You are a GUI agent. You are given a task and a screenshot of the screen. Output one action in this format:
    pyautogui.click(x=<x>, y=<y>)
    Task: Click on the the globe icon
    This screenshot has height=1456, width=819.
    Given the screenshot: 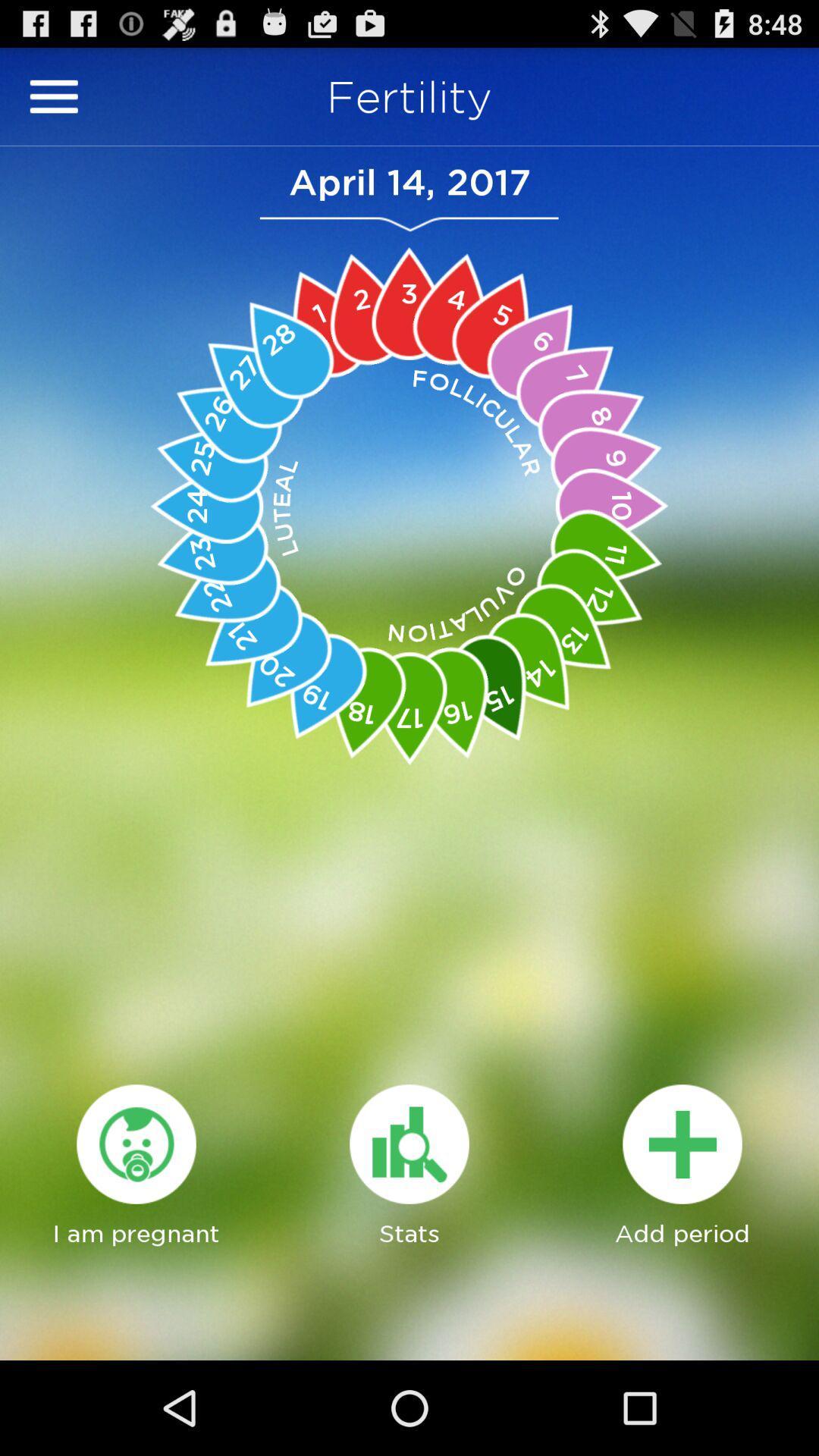 What is the action you would take?
    pyautogui.click(x=136, y=1224)
    